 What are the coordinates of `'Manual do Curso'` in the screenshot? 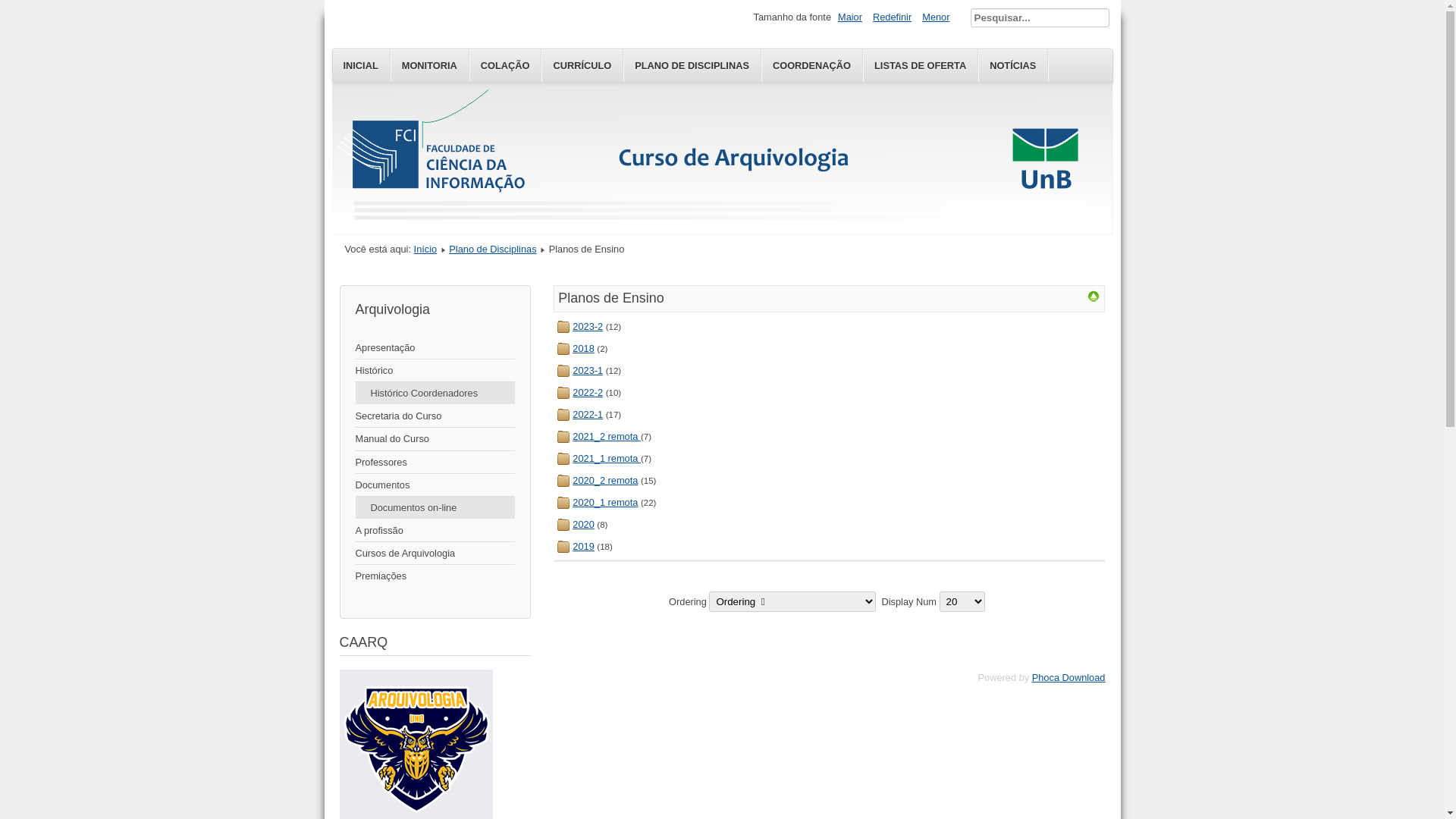 It's located at (434, 438).